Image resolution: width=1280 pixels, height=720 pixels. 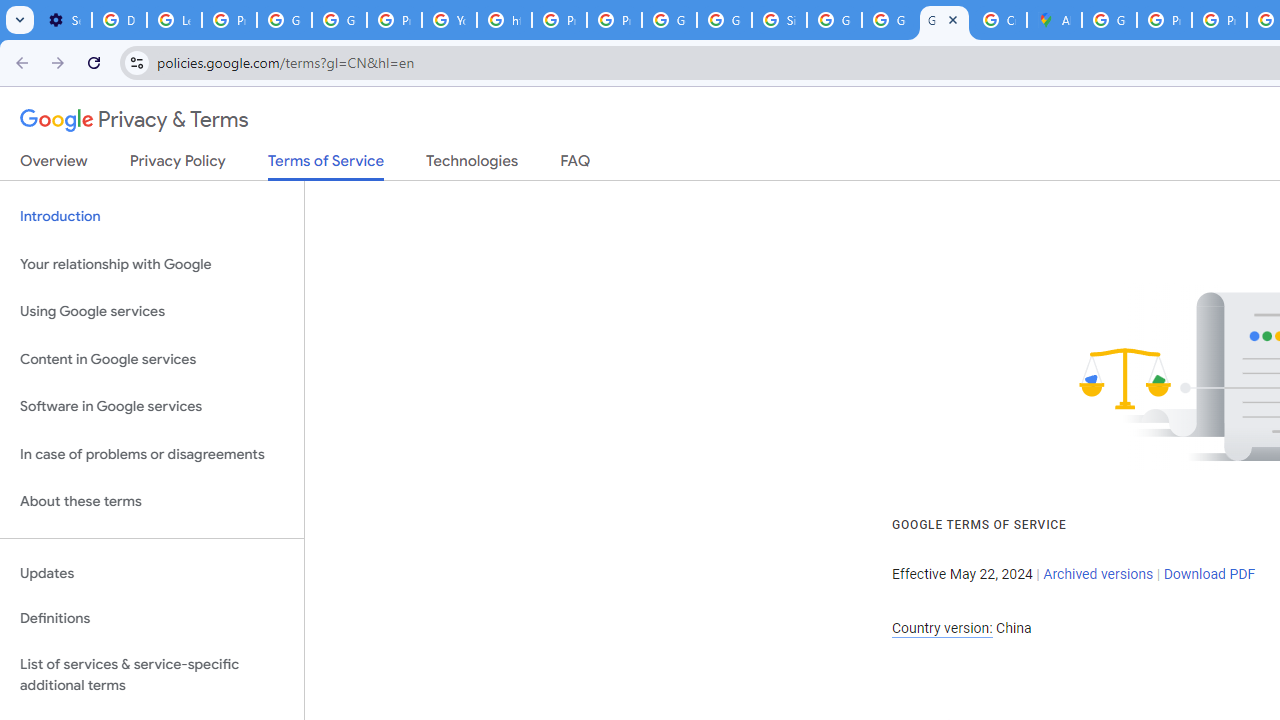 I want to click on 'Country version:', so click(x=941, y=627).